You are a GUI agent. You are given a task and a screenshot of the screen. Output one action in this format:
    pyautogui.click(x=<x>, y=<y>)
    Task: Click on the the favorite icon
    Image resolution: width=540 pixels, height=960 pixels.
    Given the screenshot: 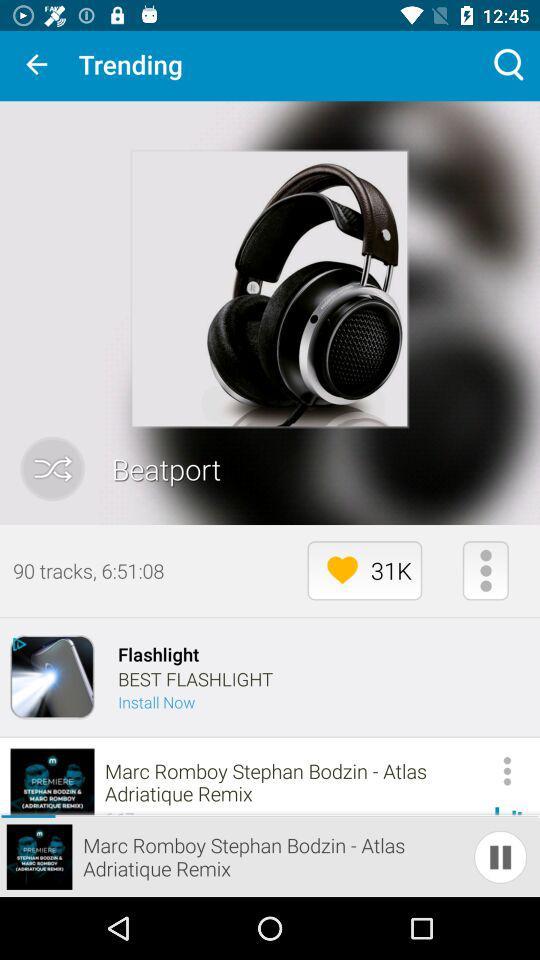 What is the action you would take?
    pyautogui.click(x=341, y=570)
    